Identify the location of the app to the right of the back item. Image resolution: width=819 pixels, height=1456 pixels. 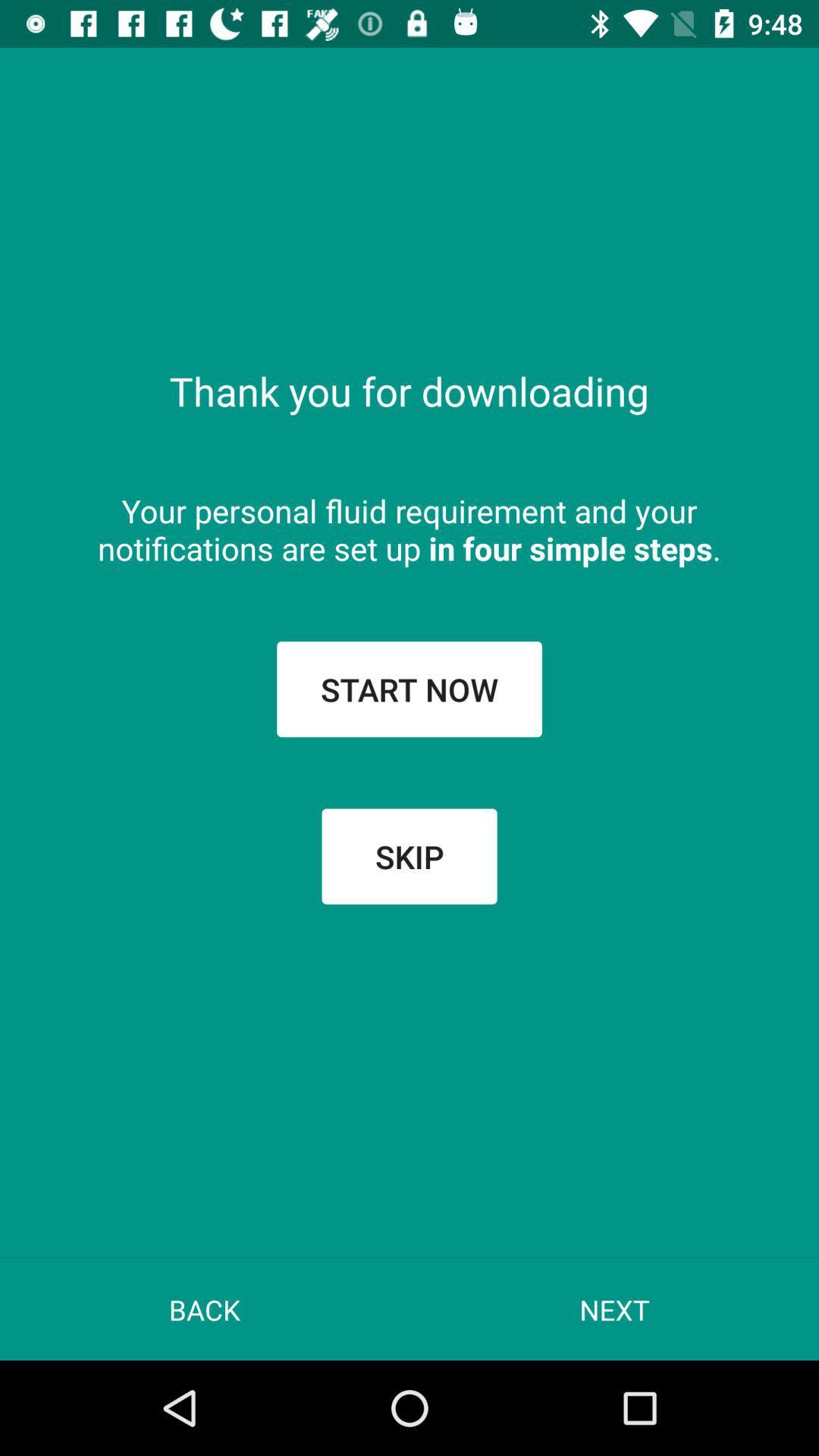
(614, 1309).